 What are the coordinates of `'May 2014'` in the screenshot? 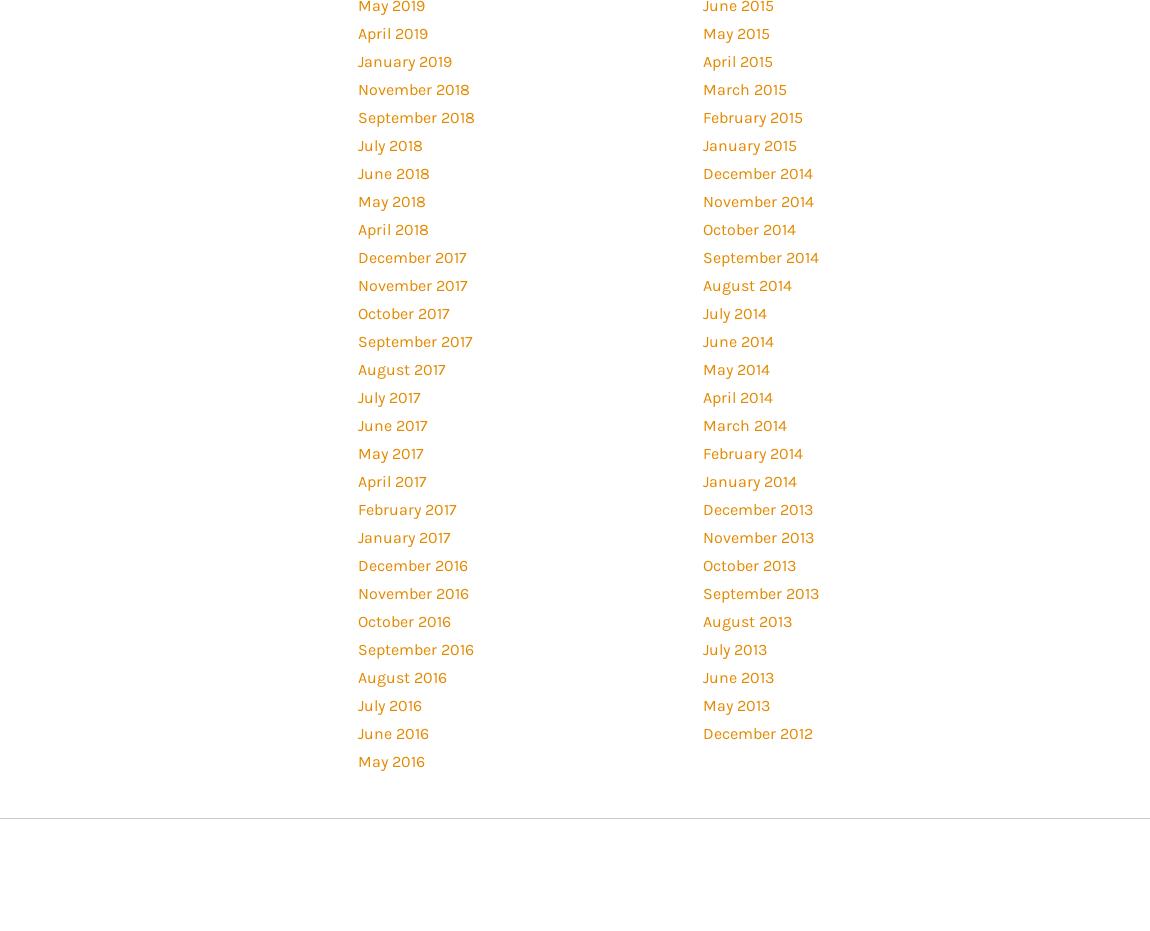 It's located at (700, 368).